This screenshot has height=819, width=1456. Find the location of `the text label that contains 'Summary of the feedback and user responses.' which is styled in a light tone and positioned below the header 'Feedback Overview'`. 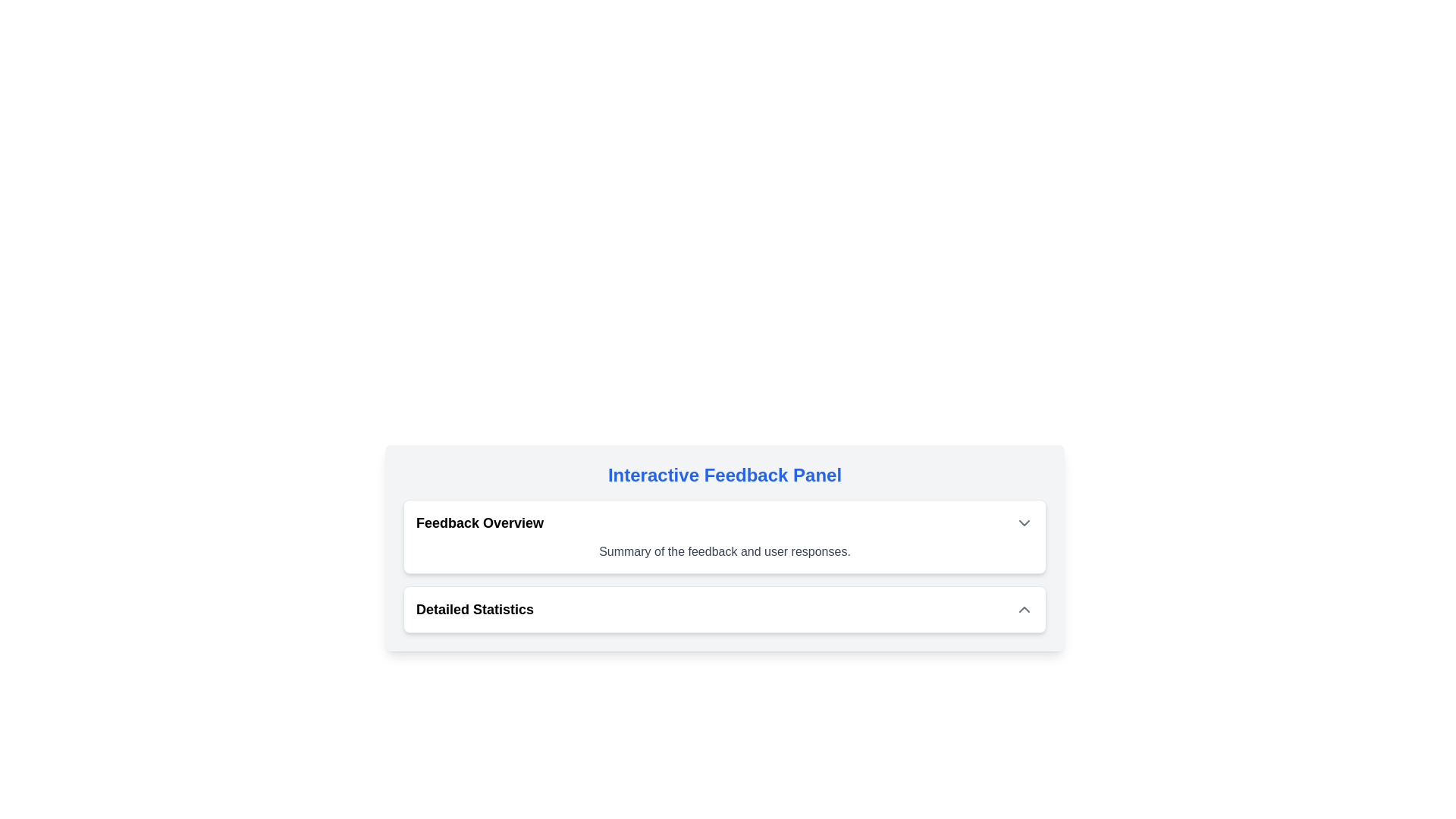

the text label that contains 'Summary of the feedback and user responses.' which is styled in a light tone and positioned below the header 'Feedback Overview' is located at coordinates (723, 552).